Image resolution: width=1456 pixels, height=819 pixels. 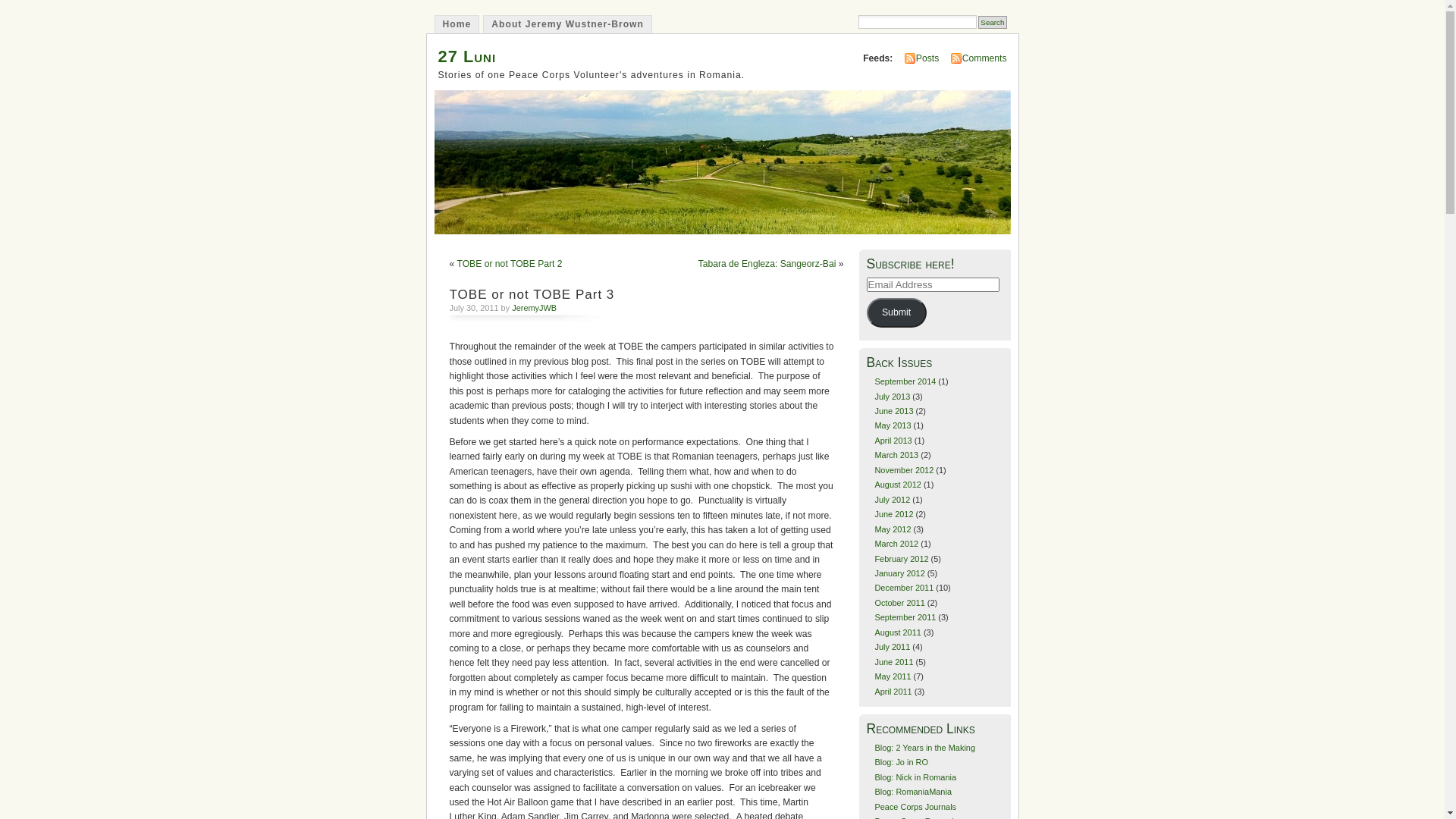 What do you see at coordinates (924, 747) in the screenshot?
I see `'Blog: 2 Years in the Making'` at bounding box center [924, 747].